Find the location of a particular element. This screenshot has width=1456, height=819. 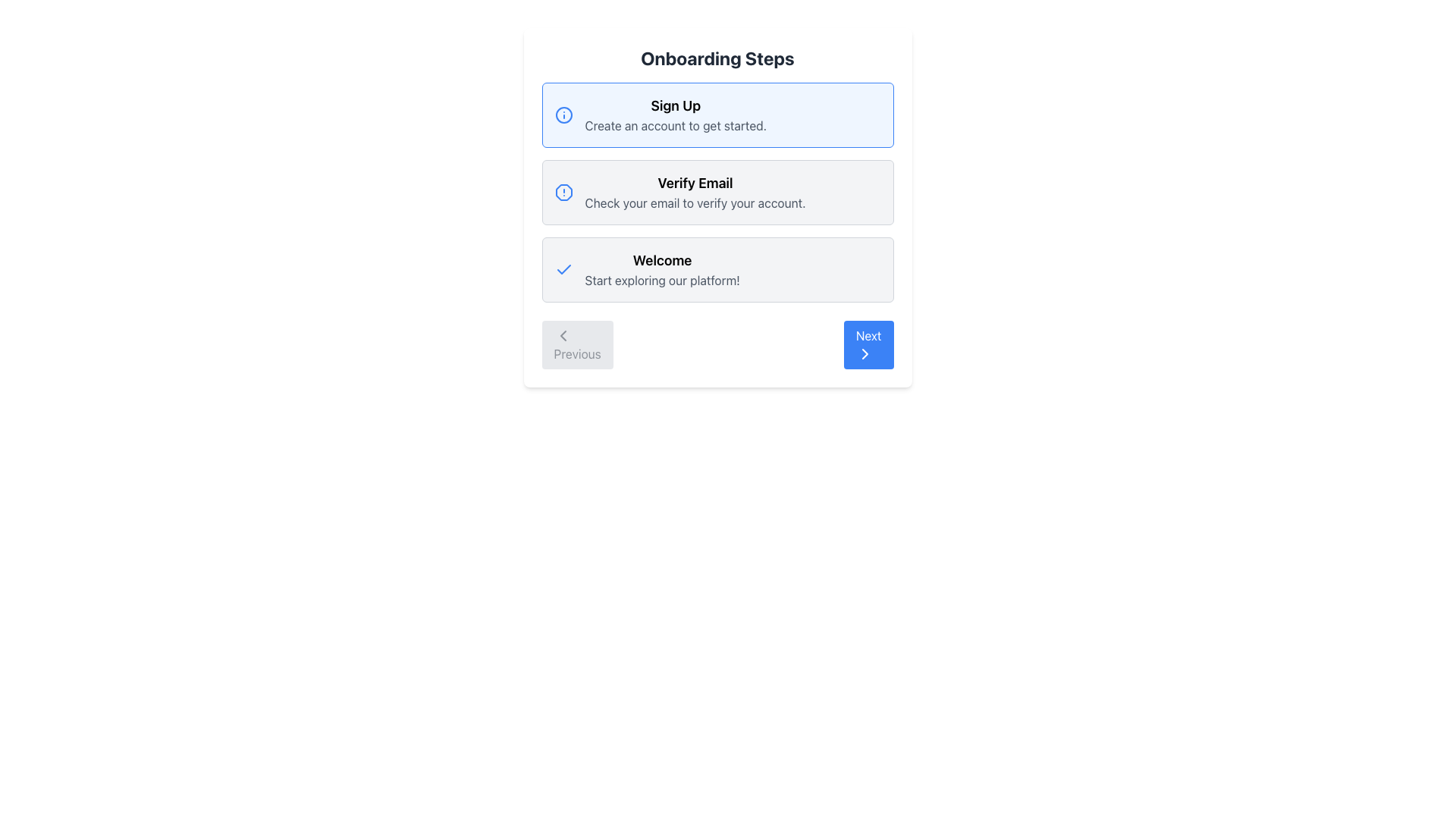

the icon that indicates the completion of the 'Welcome' step in the onboarding process, located to the left of the text content is located at coordinates (563, 268).